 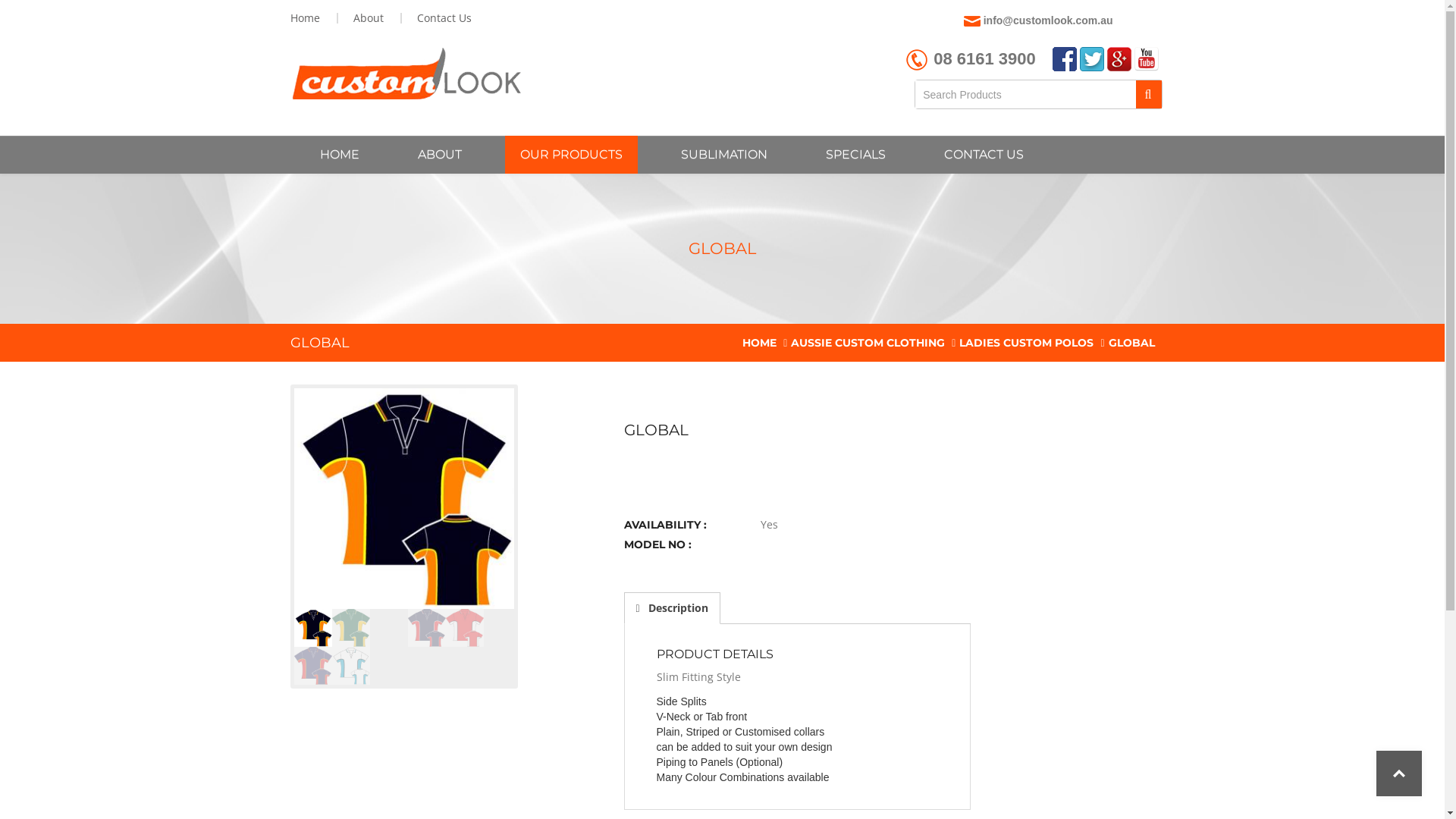 What do you see at coordinates (789, 342) in the screenshot?
I see `'AUSSIE CUSTOM CLOTHING'` at bounding box center [789, 342].